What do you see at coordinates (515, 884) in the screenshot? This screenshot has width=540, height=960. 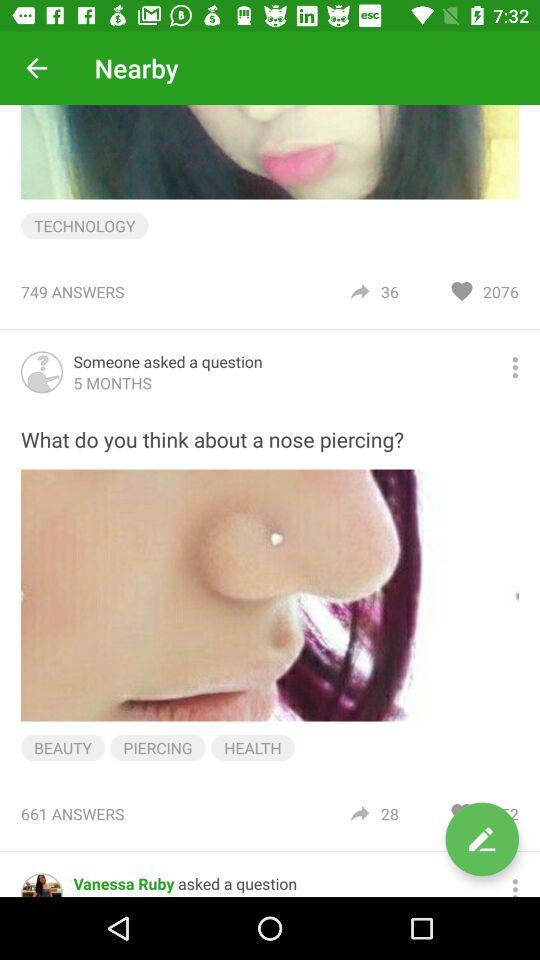 I see `show notification options` at bounding box center [515, 884].